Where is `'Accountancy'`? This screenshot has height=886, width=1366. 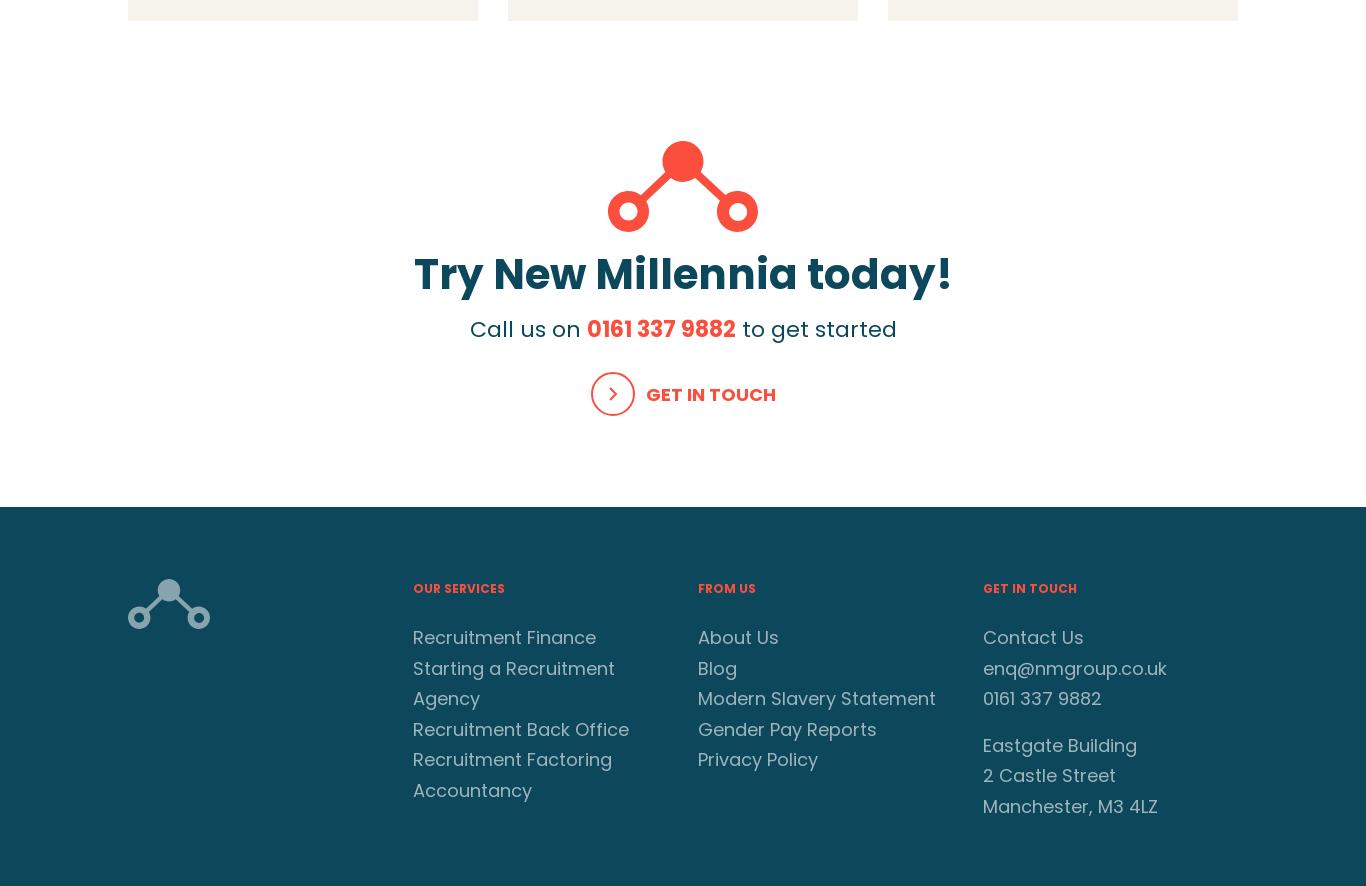
'Accountancy' is located at coordinates (472, 789).